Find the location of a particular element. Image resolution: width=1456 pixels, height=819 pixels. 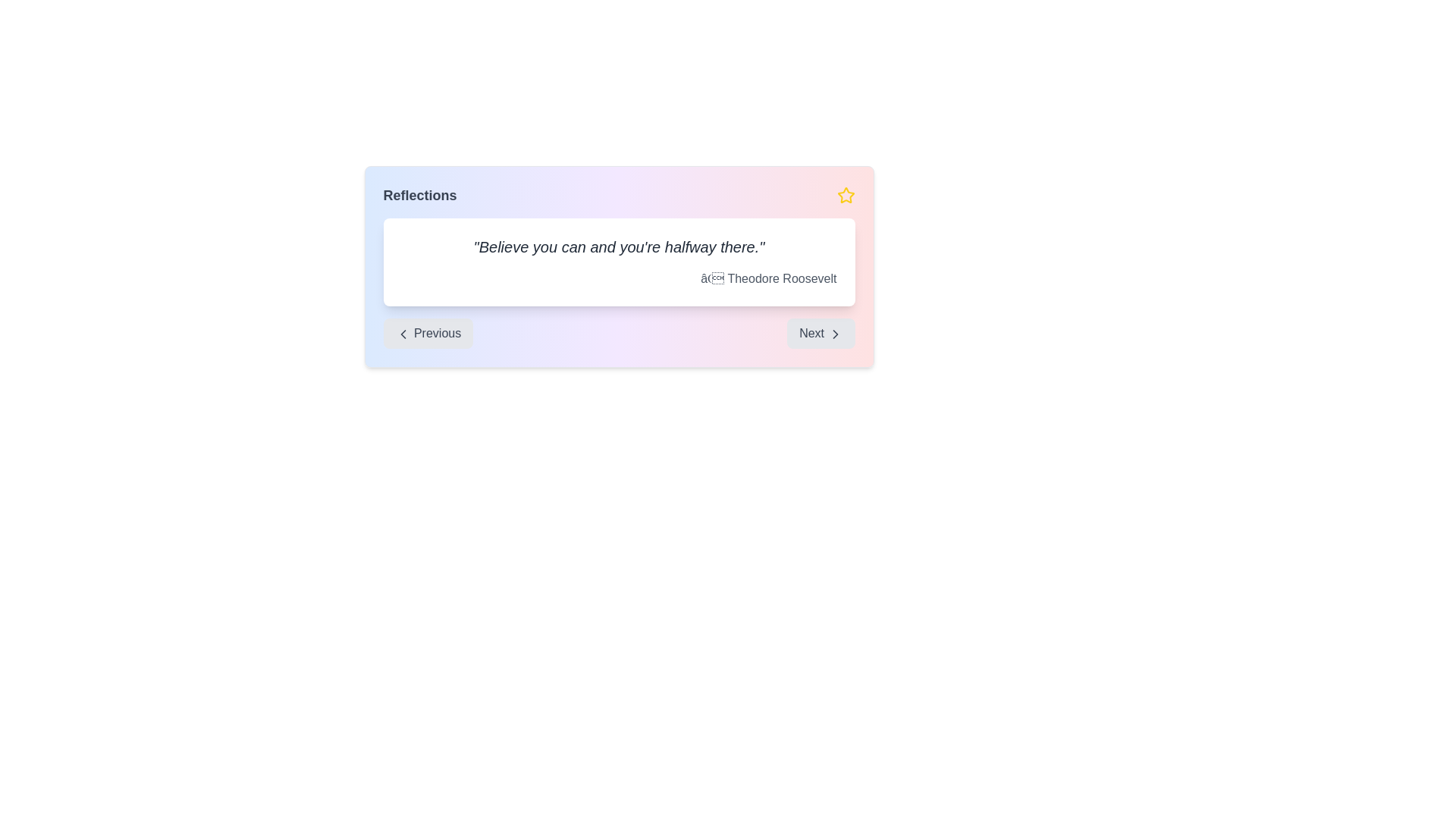

the yellow star-shaped icon located at the top right corner of the card-like section to interact with it is located at coordinates (845, 194).